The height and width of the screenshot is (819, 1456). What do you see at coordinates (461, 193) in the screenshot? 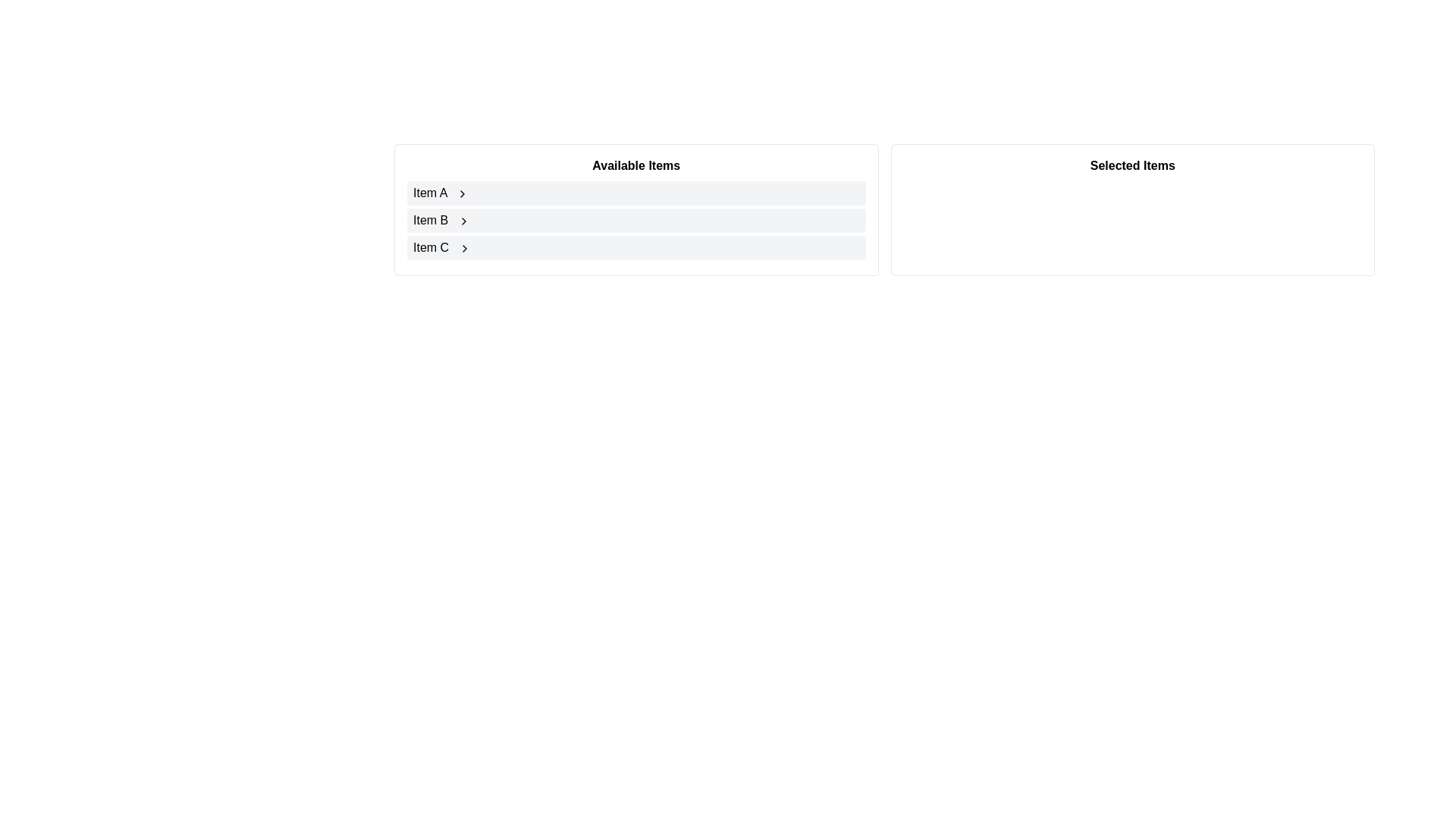
I see `the 'Chevron Right' icon located to the immediate right of the text 'Item A' in the 'Available Items' section` at bounding box center [461, 193].